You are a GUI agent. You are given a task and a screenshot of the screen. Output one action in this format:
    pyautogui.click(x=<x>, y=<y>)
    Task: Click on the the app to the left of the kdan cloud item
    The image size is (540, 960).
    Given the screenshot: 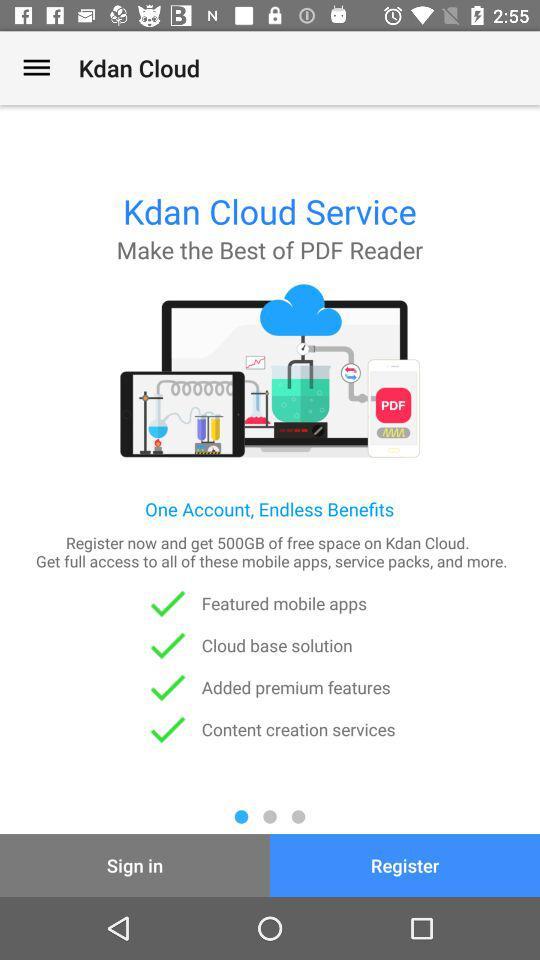 What is the action you would take?
    pyautogui.click(x=36, y=68)
    